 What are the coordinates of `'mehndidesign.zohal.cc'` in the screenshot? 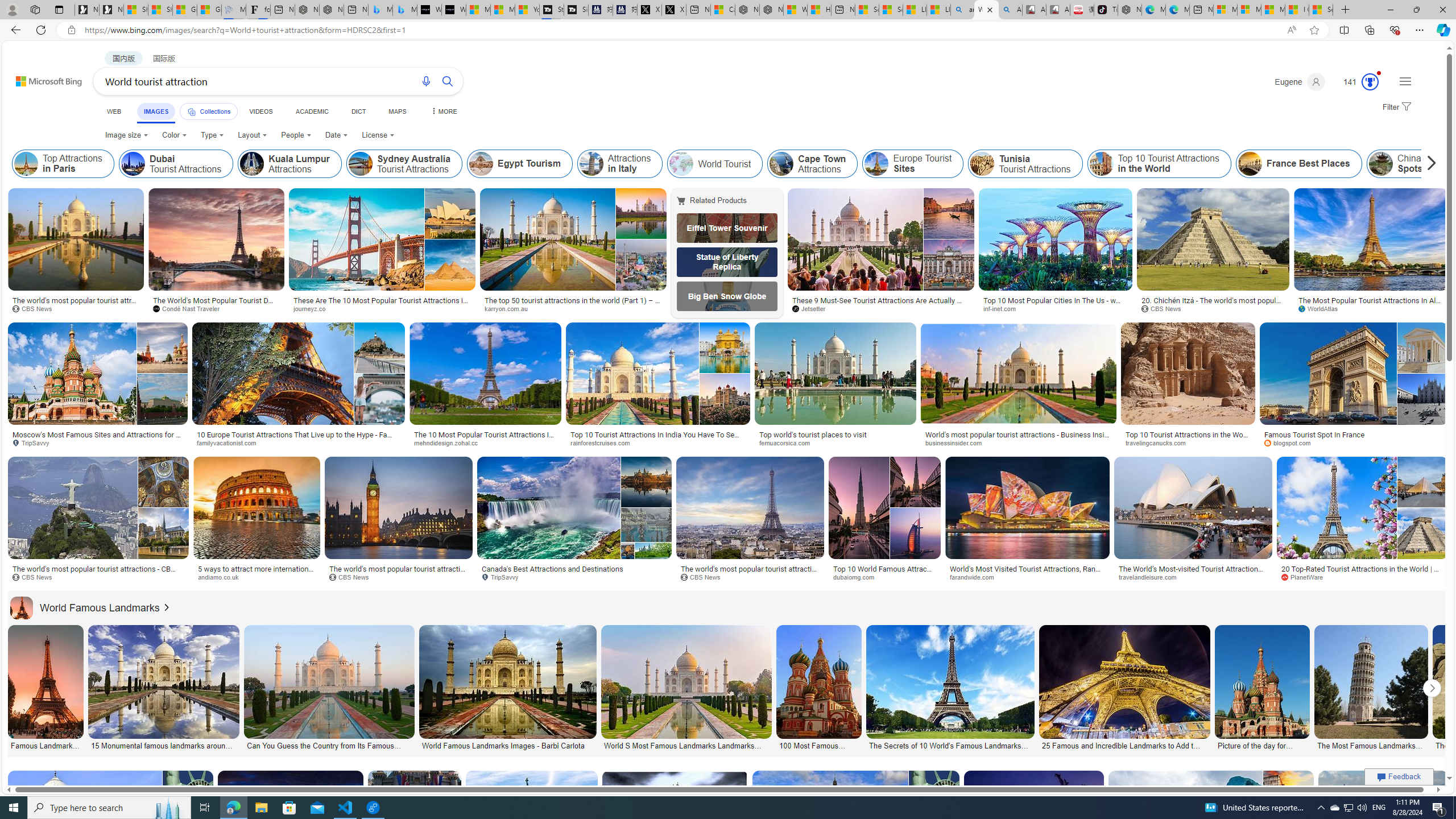 It's located at (484, 442).